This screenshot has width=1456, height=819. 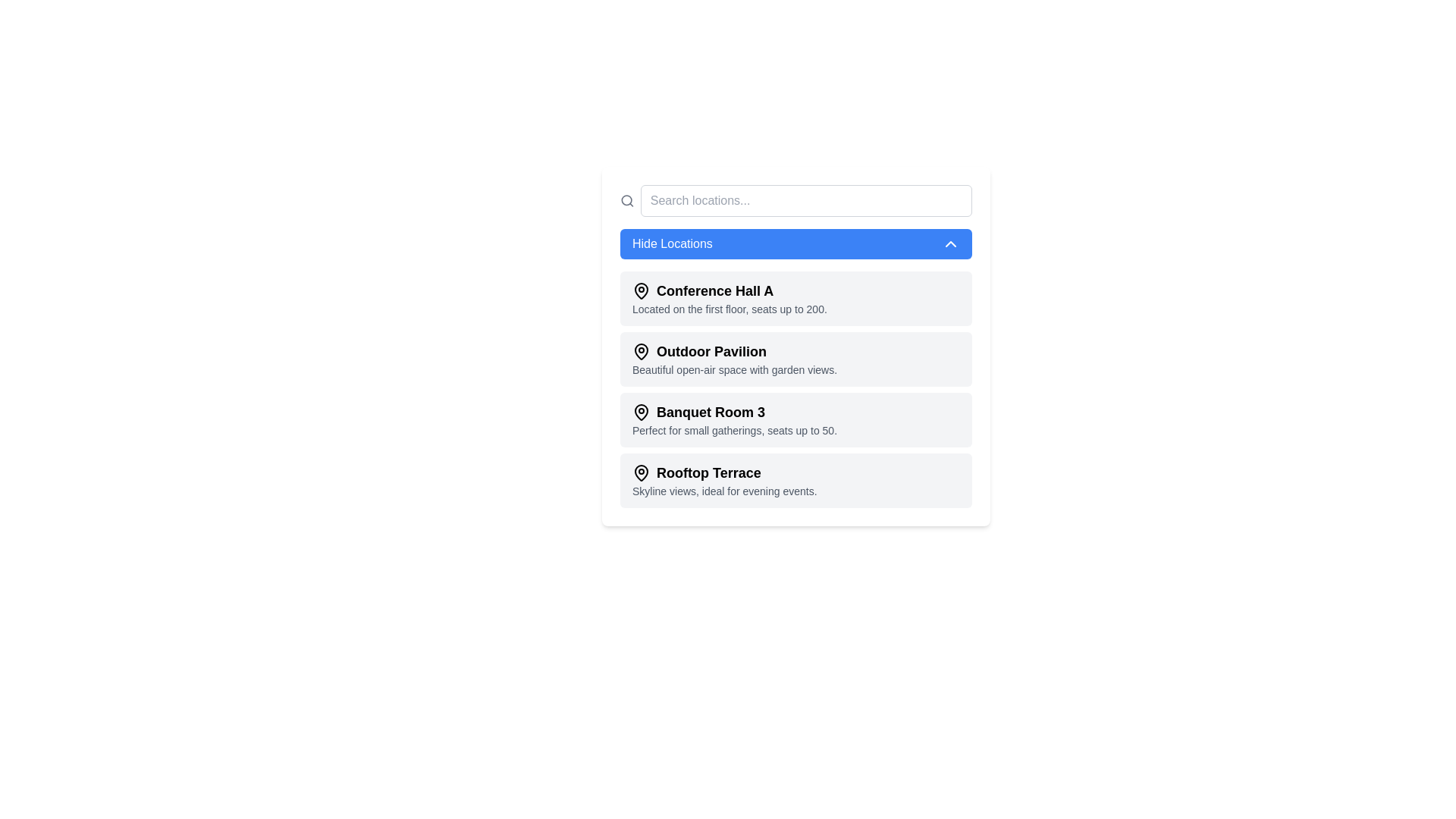 What do you see at coordinates (730, 298) in the screenshot?
I see `the first list item in the vertical navigation pane that describes 'Conference Hall A'` at bounding box center [730, 298].